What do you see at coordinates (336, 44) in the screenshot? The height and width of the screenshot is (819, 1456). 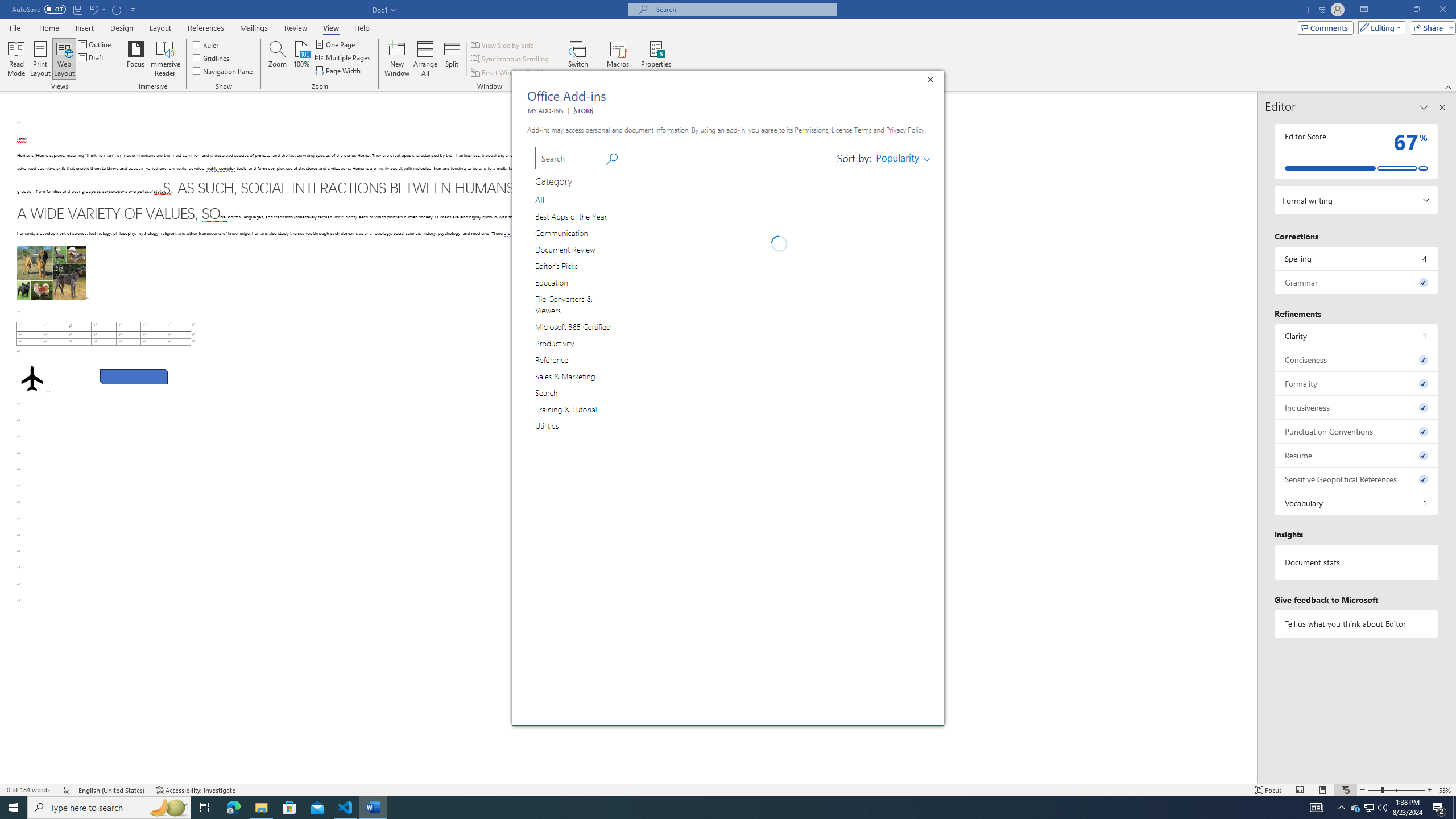 I see `'One Page'` at bounding box center [336, 44].